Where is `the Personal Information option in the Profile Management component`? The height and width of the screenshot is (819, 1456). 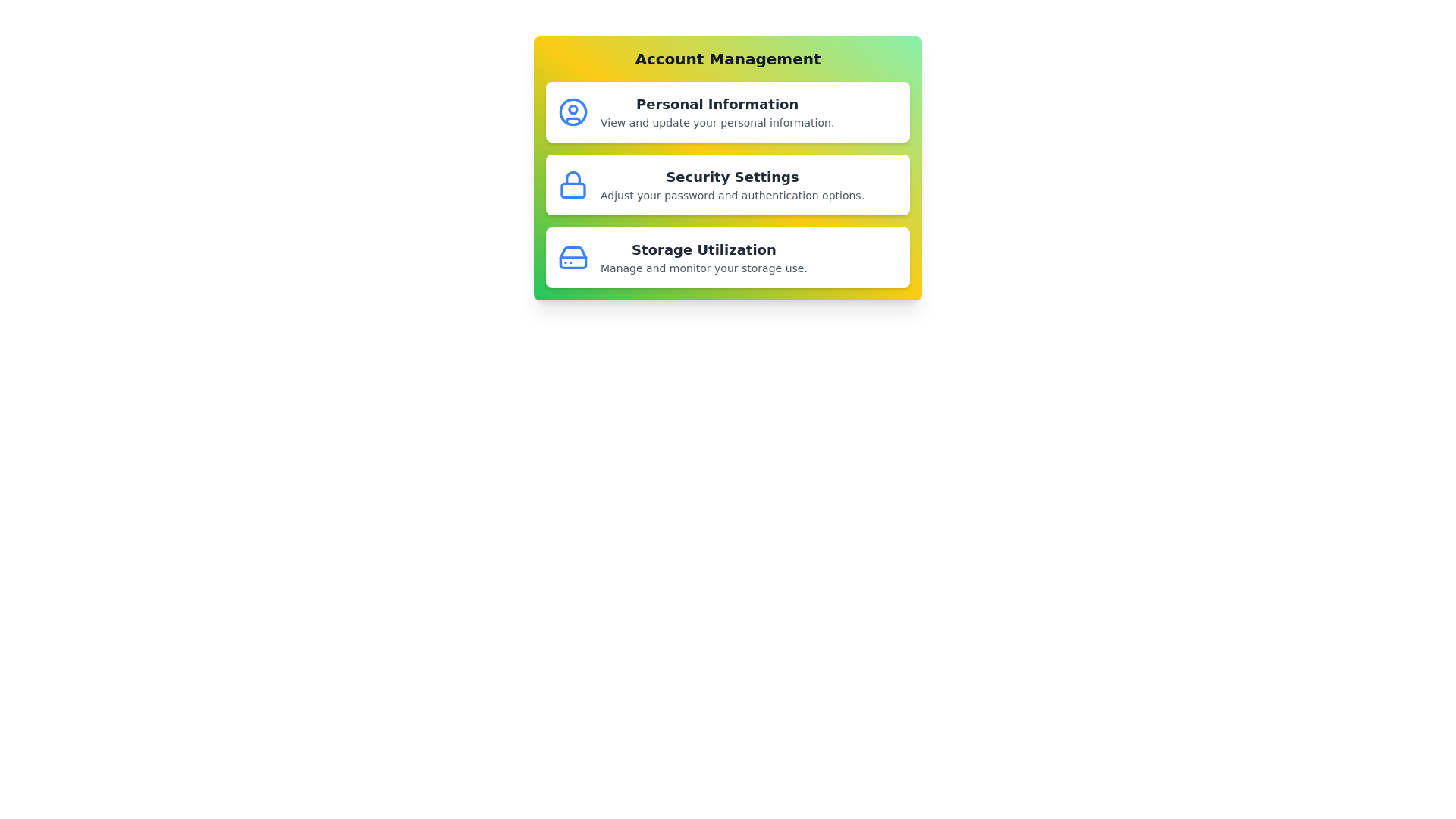 the Personal Information option in the Profile Management component is located at coordinates (728, 111).